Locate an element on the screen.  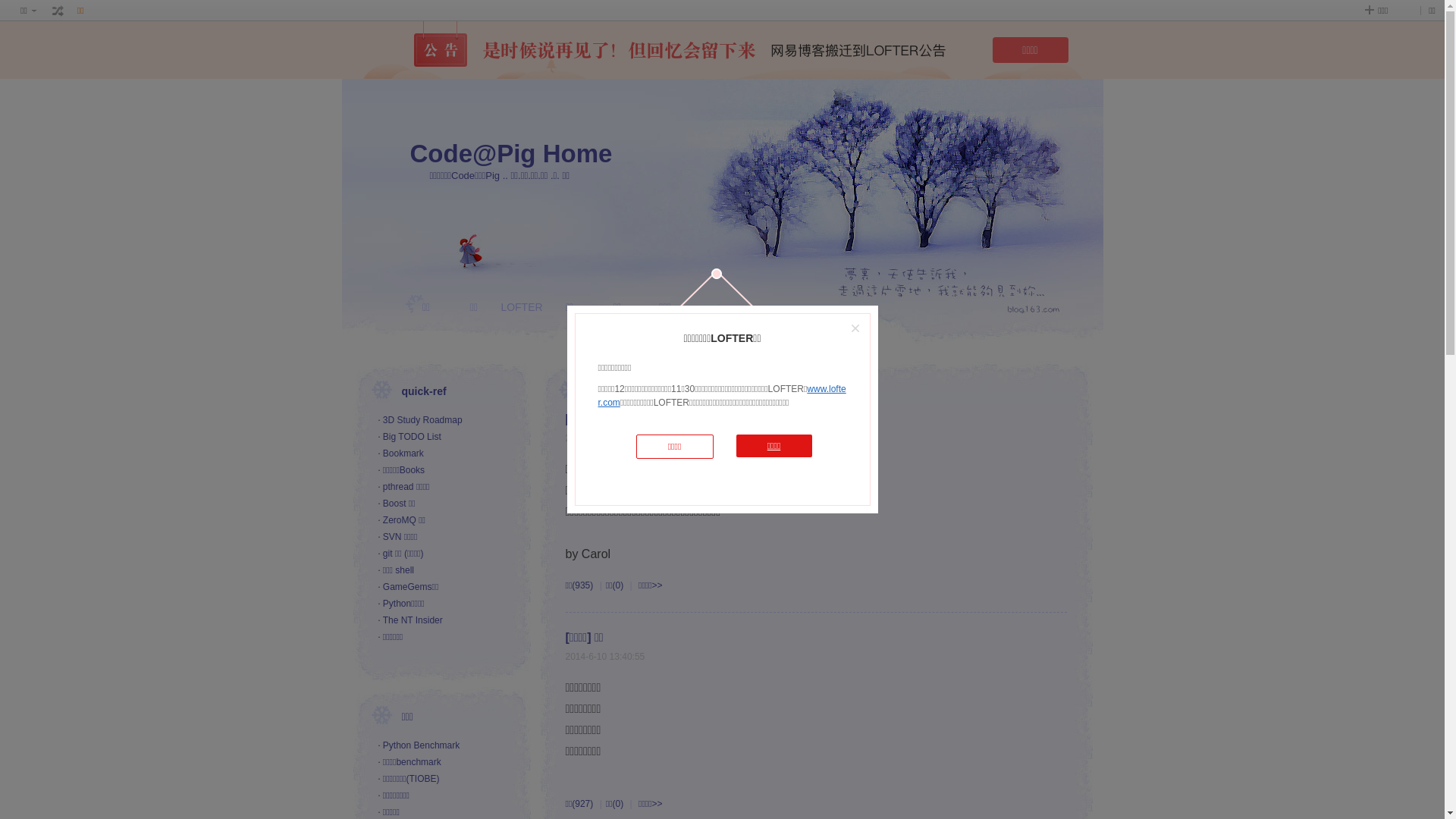
'Big TODO List' is located at coordinates (412, 436).